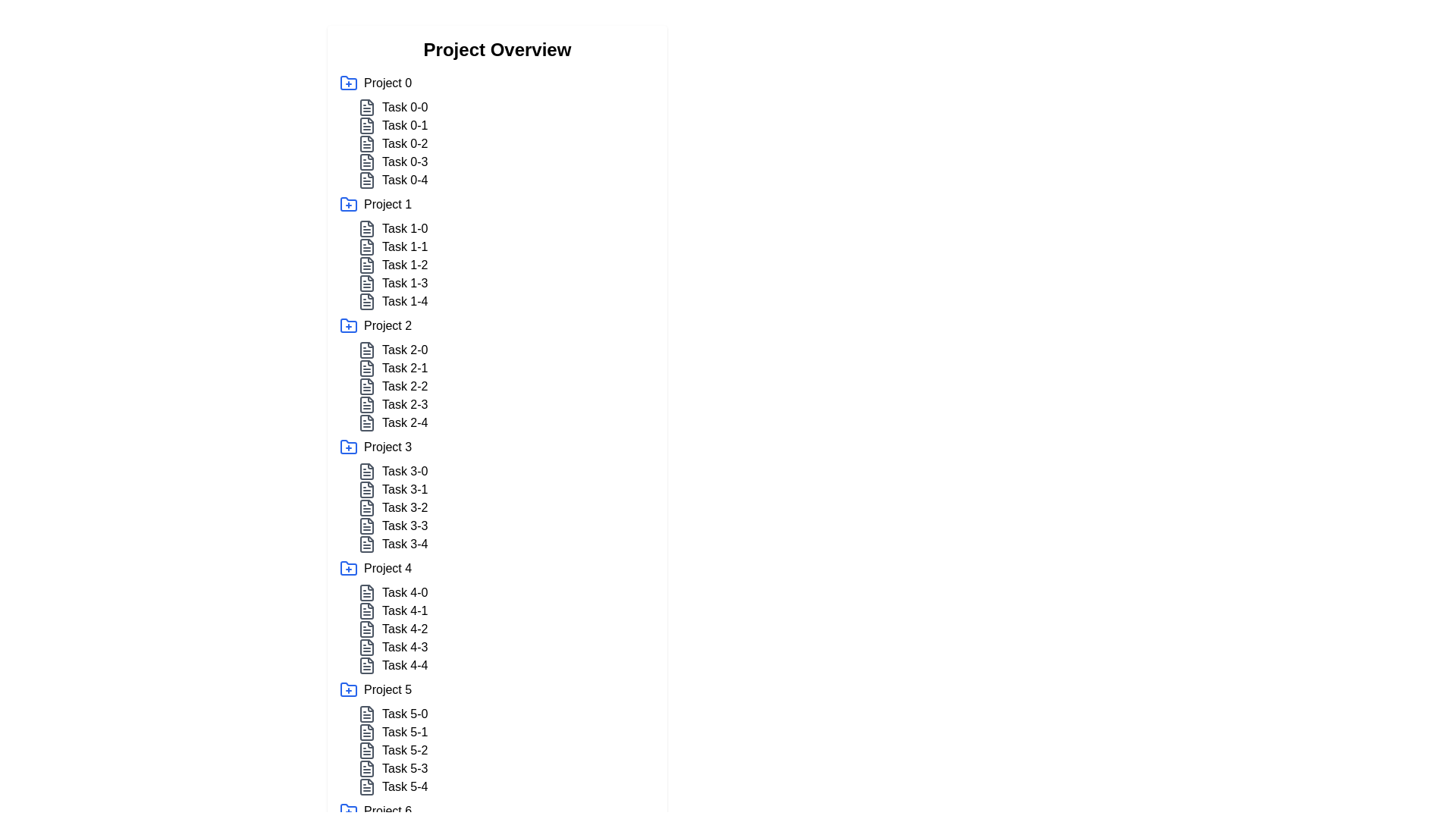  Describe the element at coordinates (388, 690) in the screenshot. I see `the 'Project 5' text label, which is the sixth element in the 'Project' series` at that location.